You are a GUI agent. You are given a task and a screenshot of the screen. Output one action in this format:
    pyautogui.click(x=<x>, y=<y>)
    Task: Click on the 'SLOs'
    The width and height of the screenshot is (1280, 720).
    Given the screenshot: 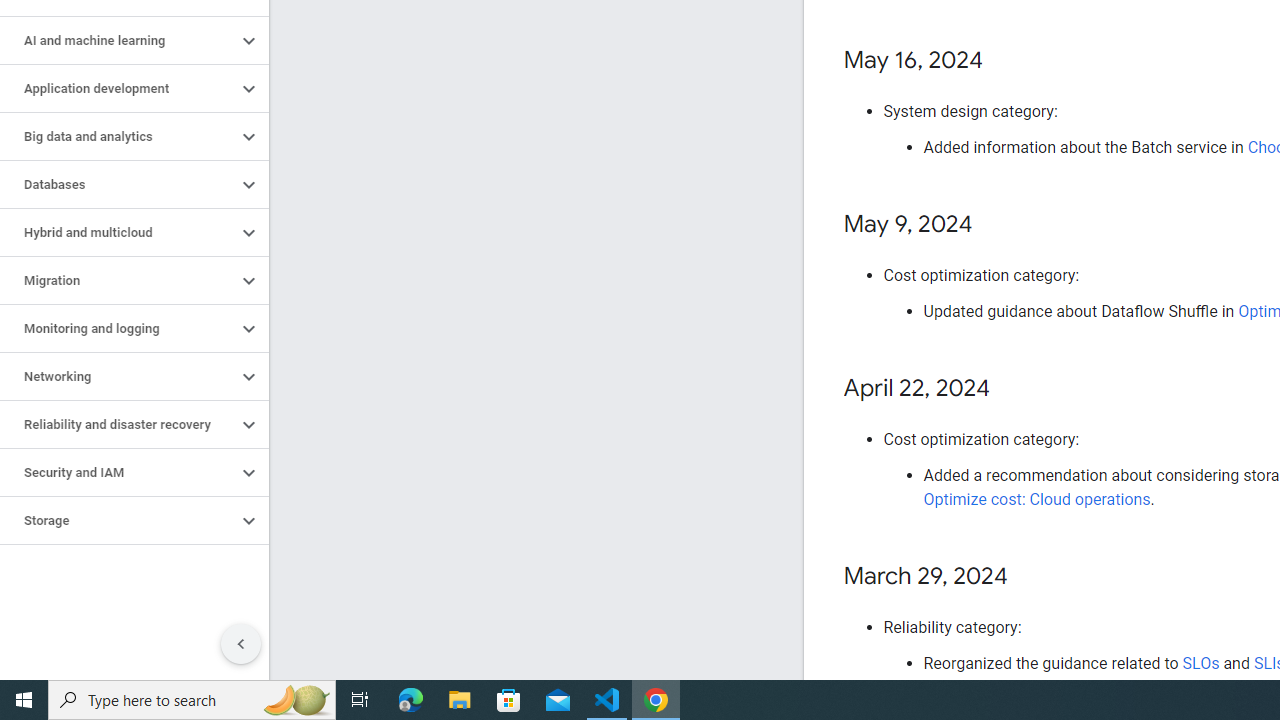 What is the action you would take?
    pyautogui.click(x=1200, y=663)
    